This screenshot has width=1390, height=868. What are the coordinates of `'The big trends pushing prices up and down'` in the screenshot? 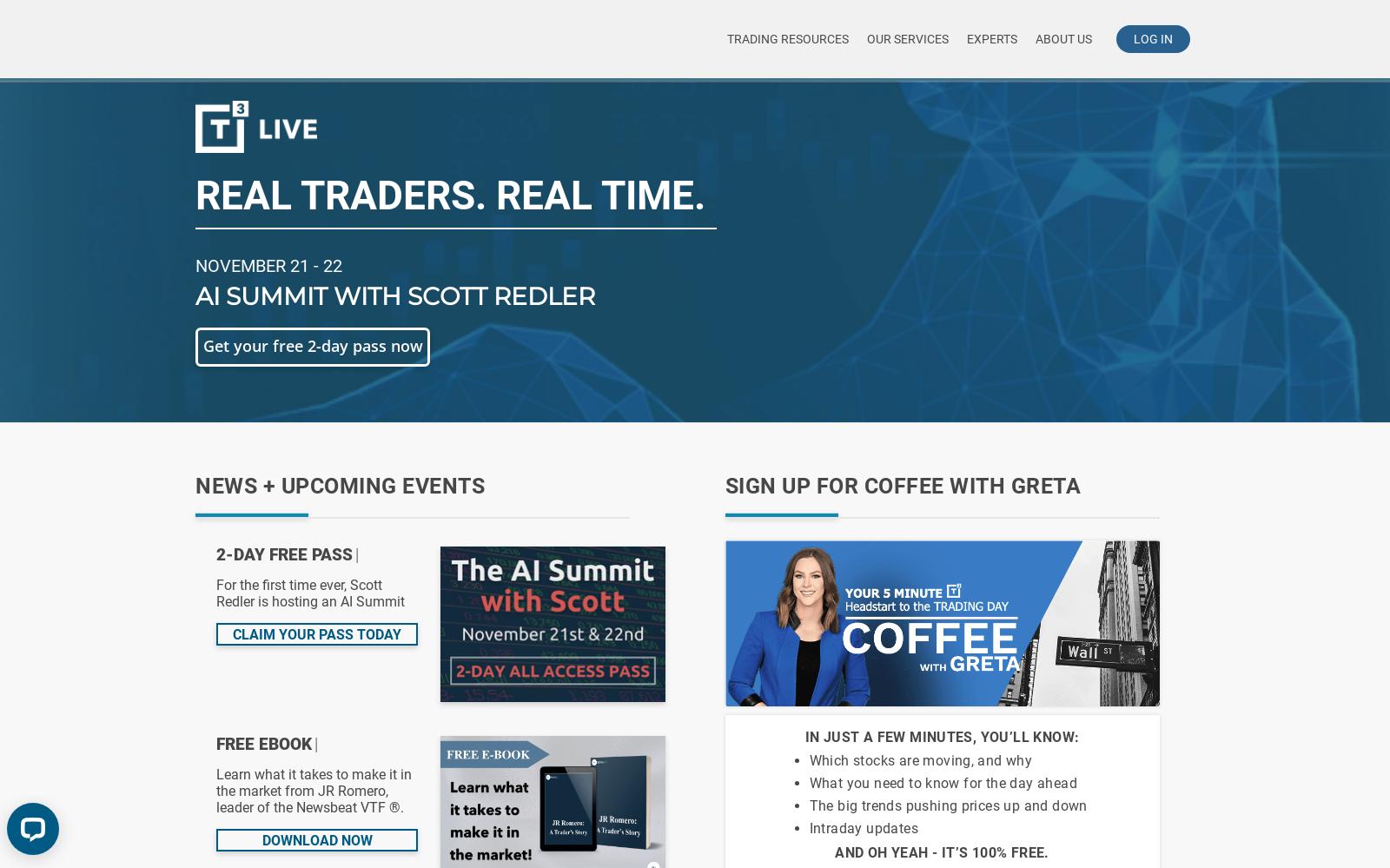 It's located at (948, 805).